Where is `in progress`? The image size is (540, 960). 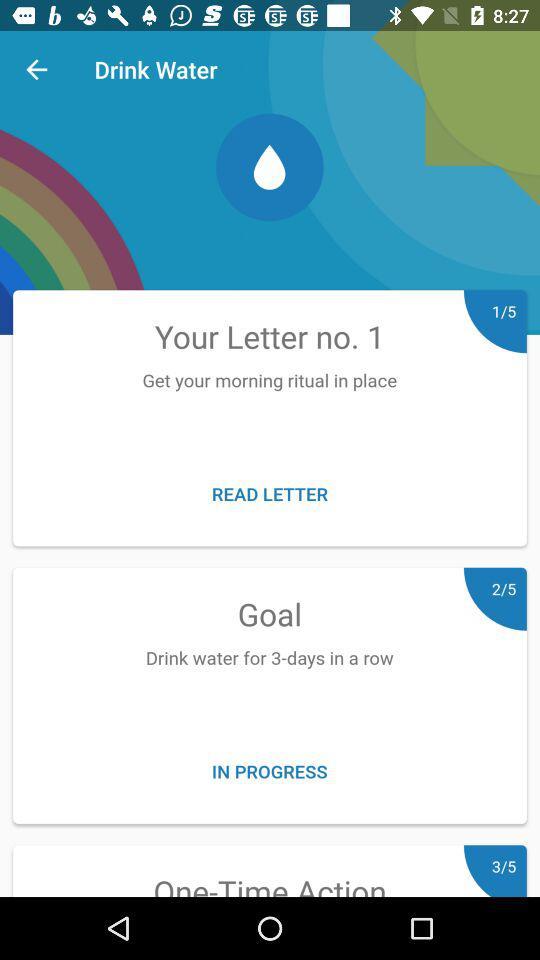
in progress is located at coordinates (269, 770).